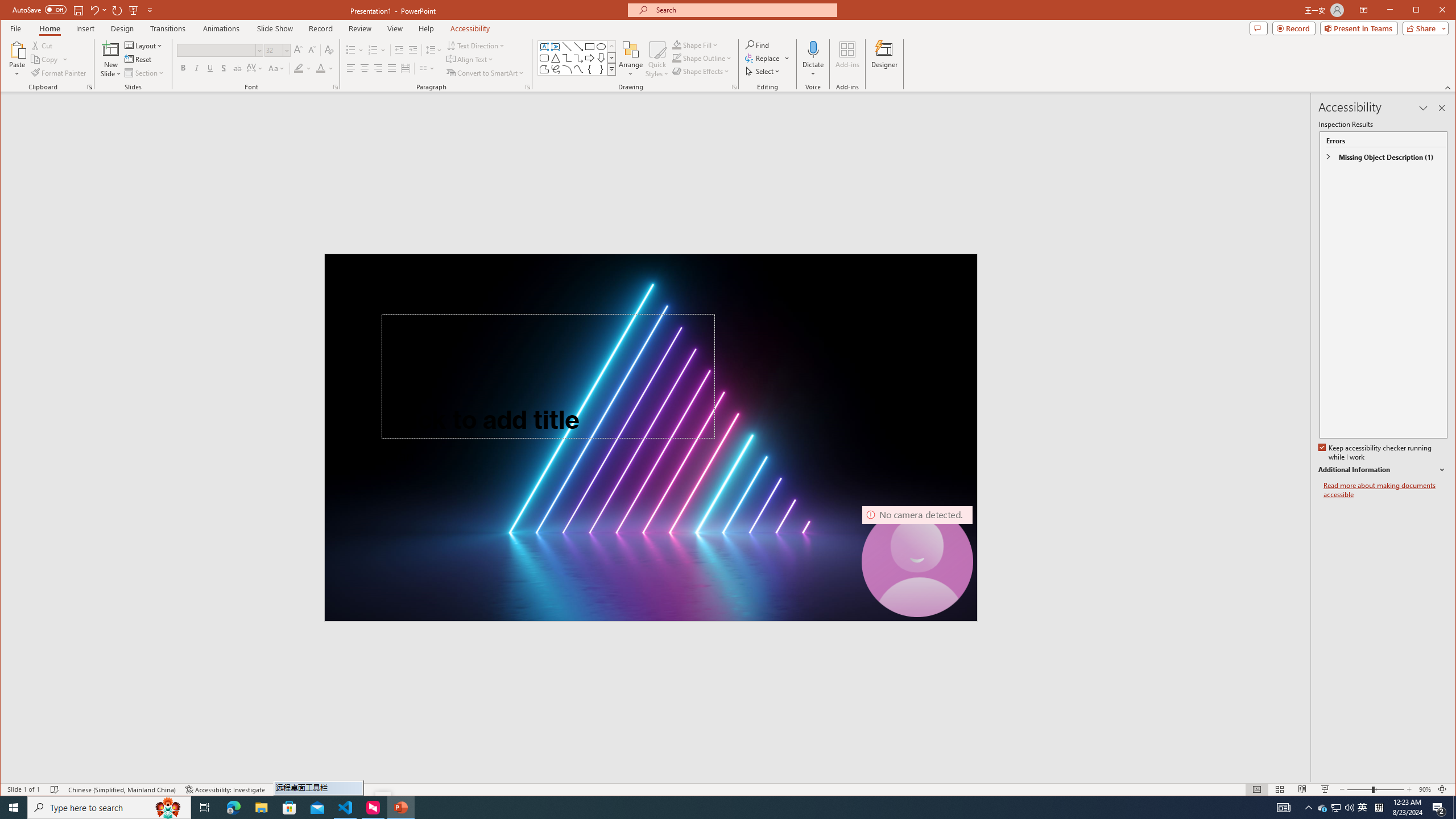 The height and width of the screenshot is (819, 1456). Describe the element at coordinates (702, 71) in the screenshot. I see `'Shape Effects'` at that location.